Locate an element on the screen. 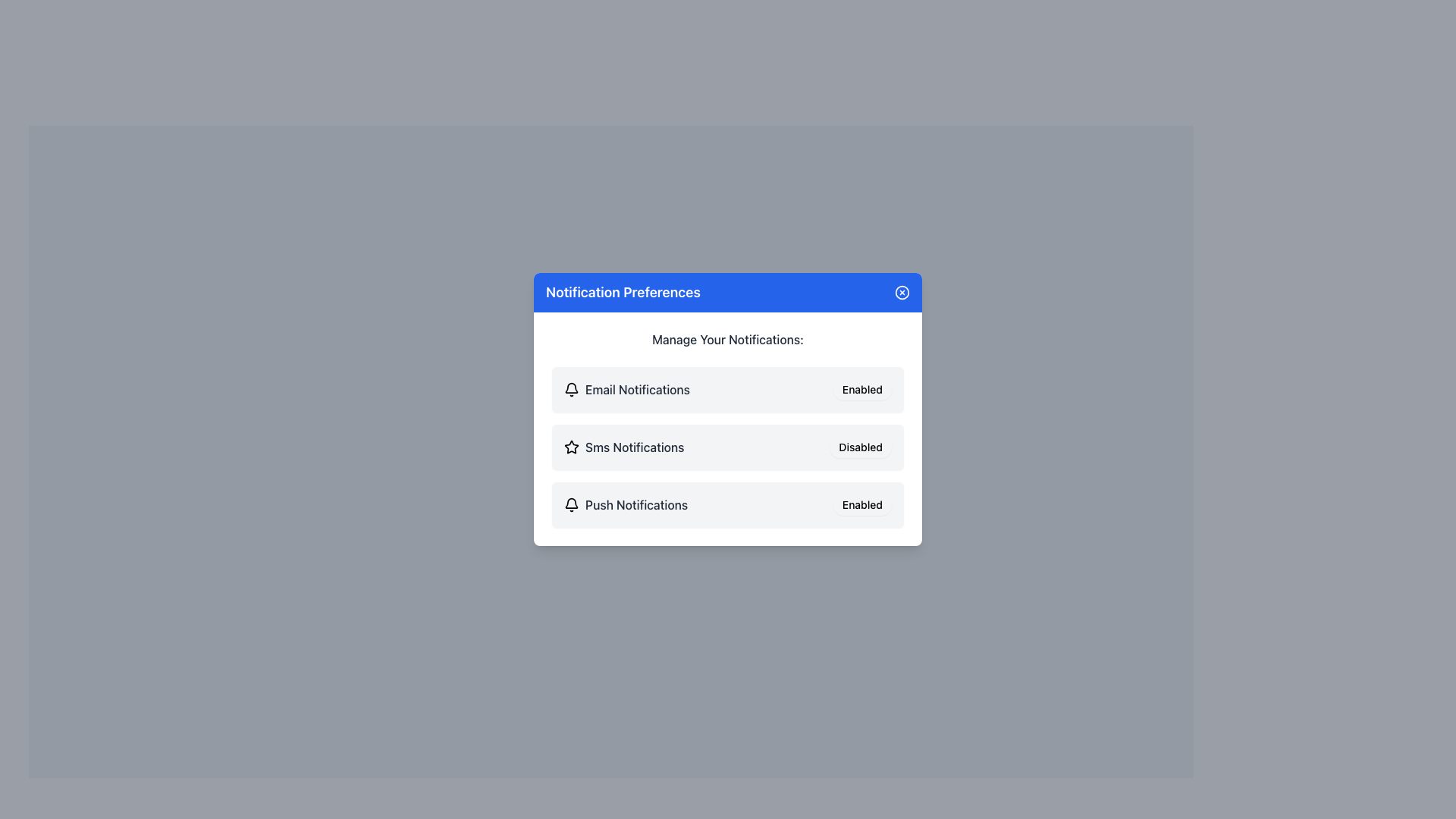 The width and height of the screenshot is (1456, 819). the decorative star icon indicating importance for the 'Sms Notifications' entry, located in the second row of the panel is located at coordinates (570, 446).